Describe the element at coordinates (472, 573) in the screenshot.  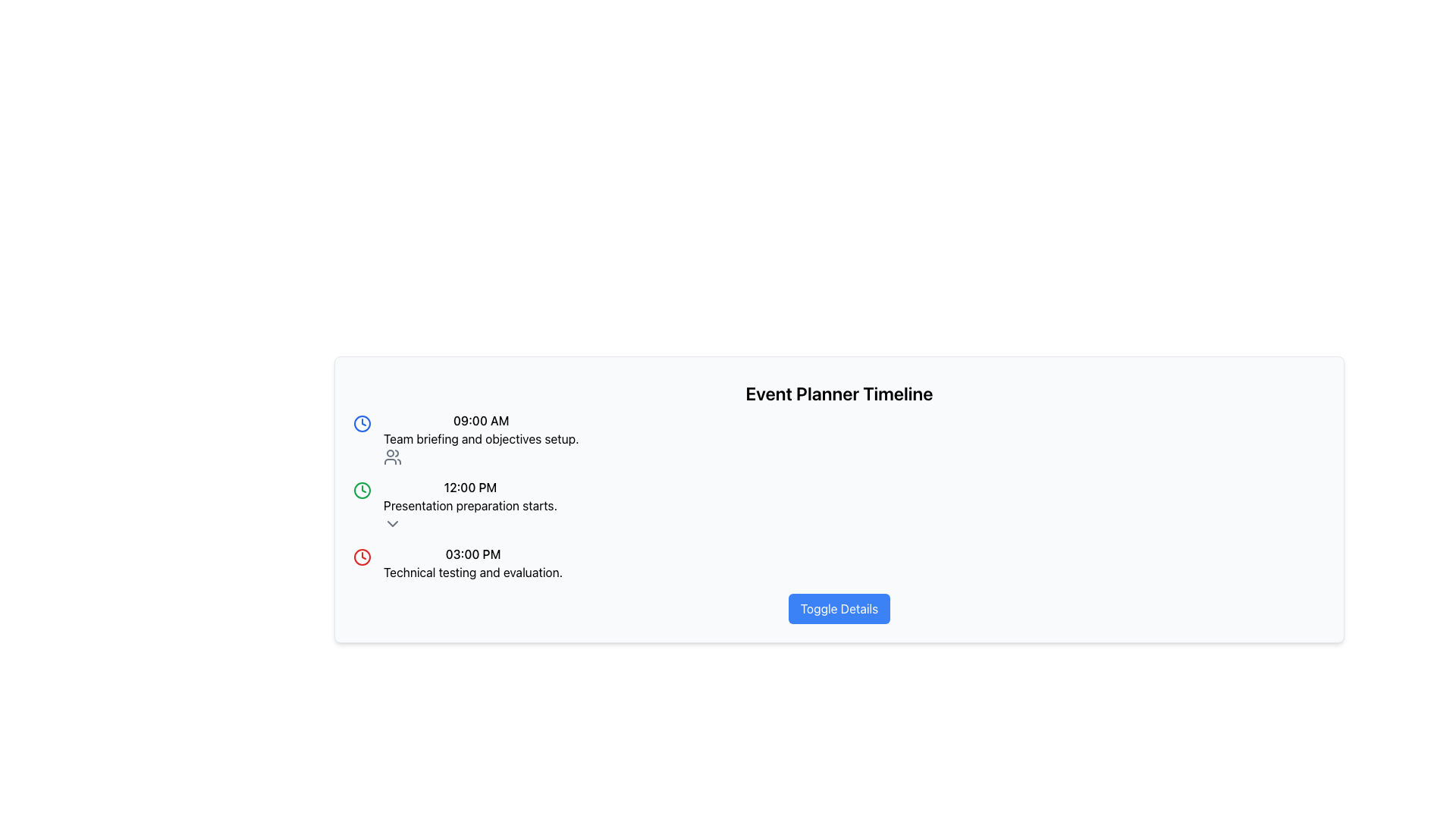
I see `text content of the Text label displaying 'Technical testing and evaluation.' which is located below the time '03:00 PM' in the timeline` at that location.